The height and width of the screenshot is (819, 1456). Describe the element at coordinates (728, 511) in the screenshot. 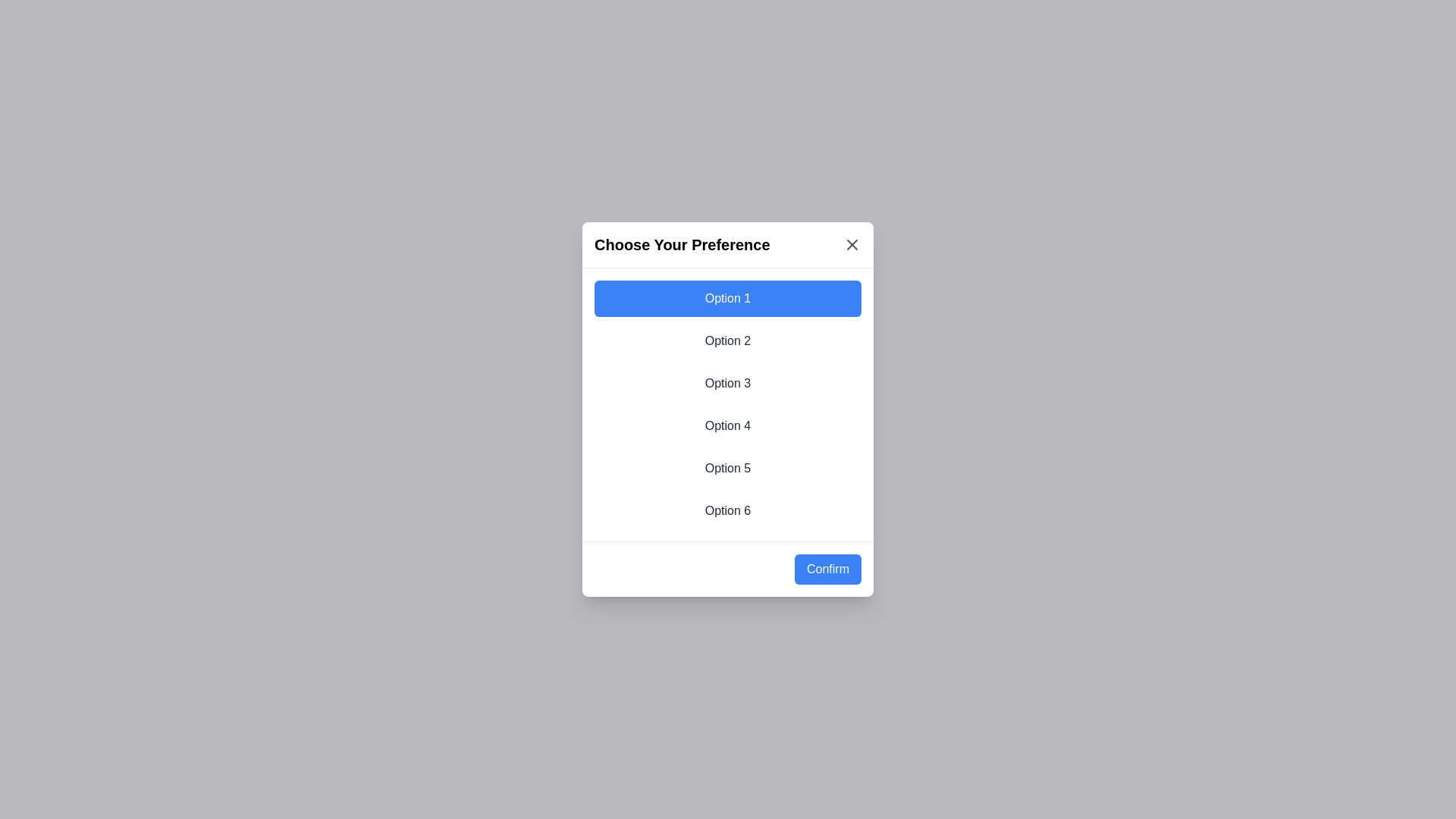

I see `the option 6 from the list` at that location.